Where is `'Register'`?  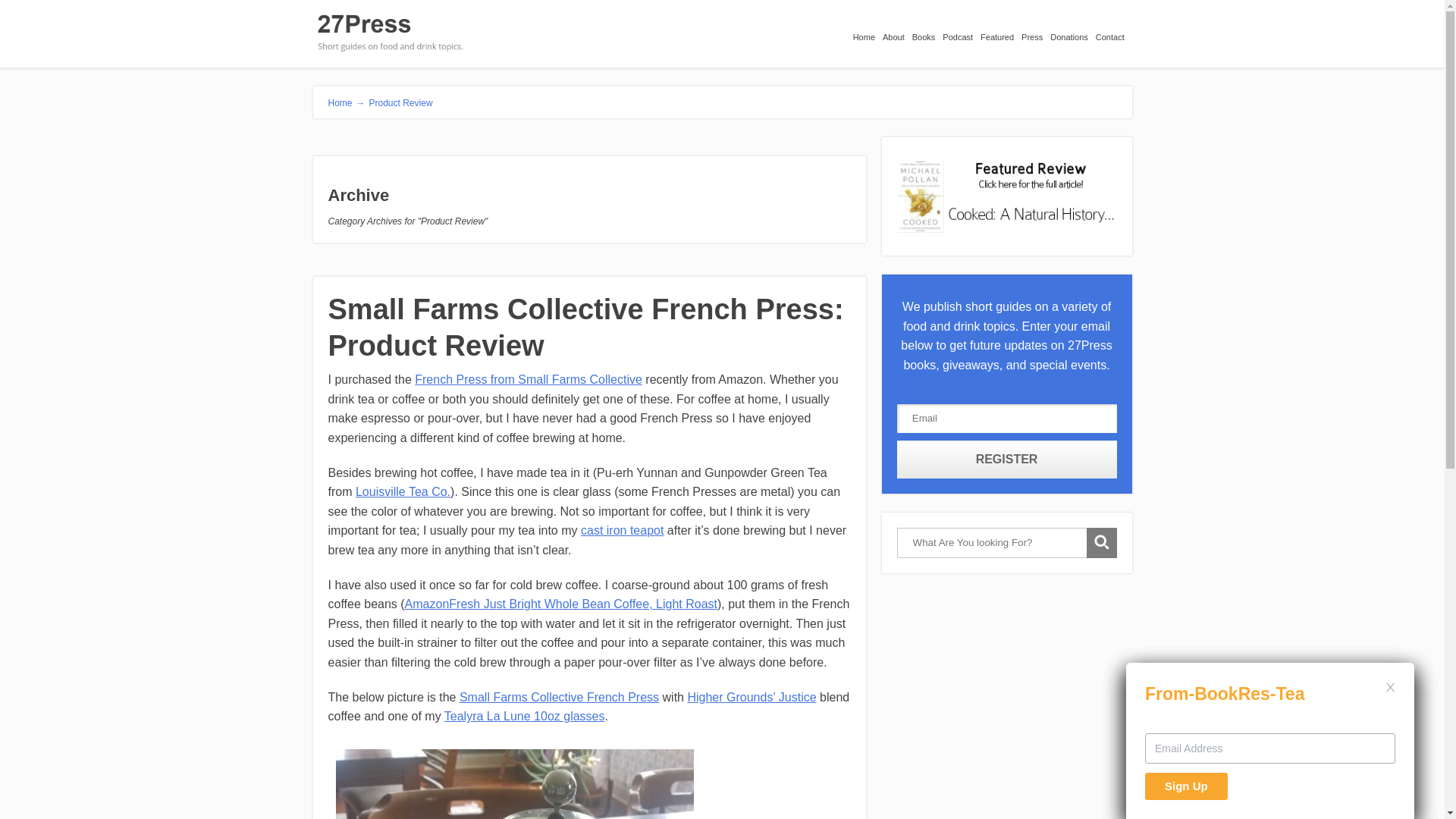
'Register' is located at coordinates (1007, 458).